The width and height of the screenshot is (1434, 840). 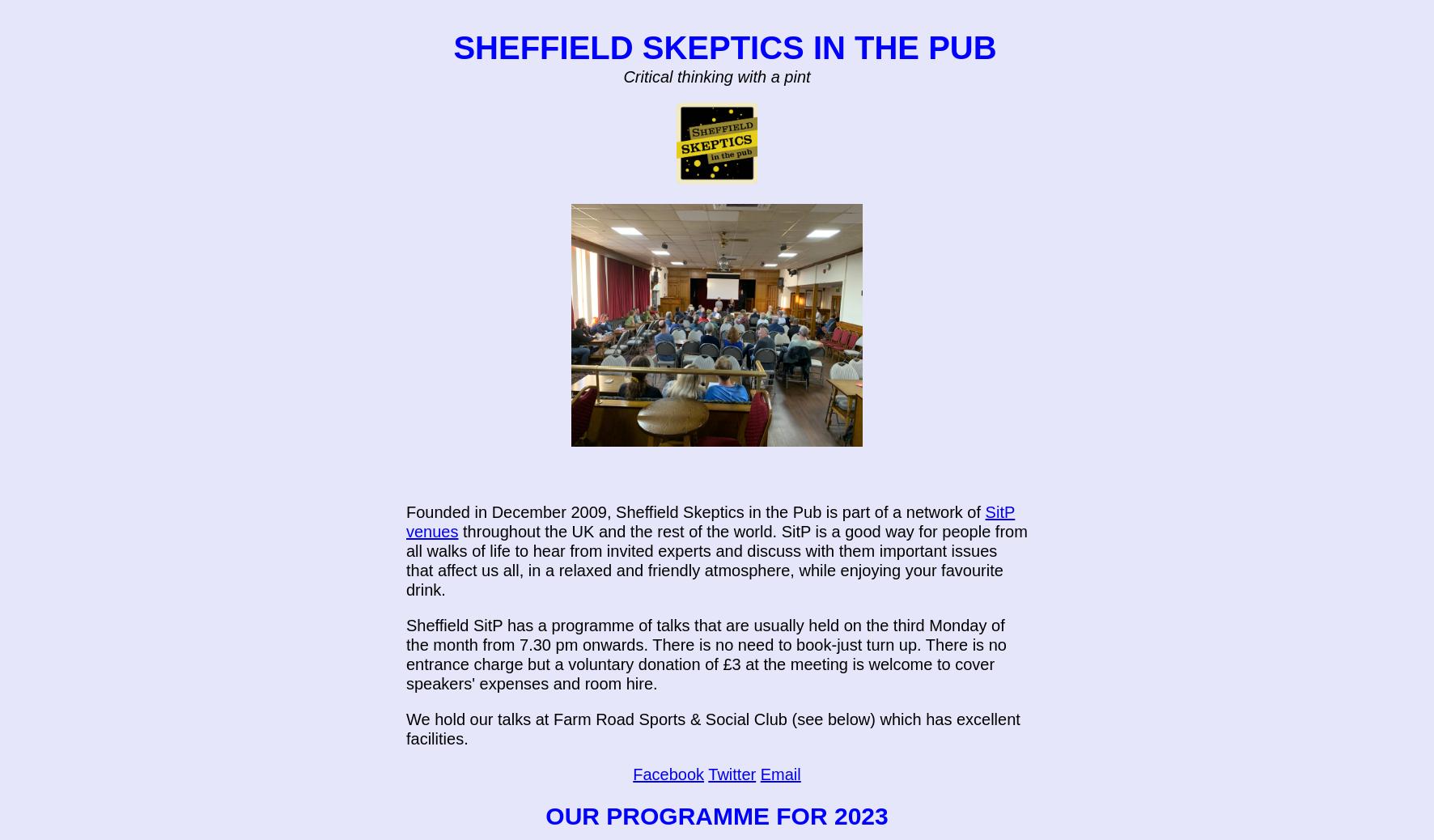 I want to click on 'OUR PROGRAMME FOR 2023', so click(x=716, y=815).